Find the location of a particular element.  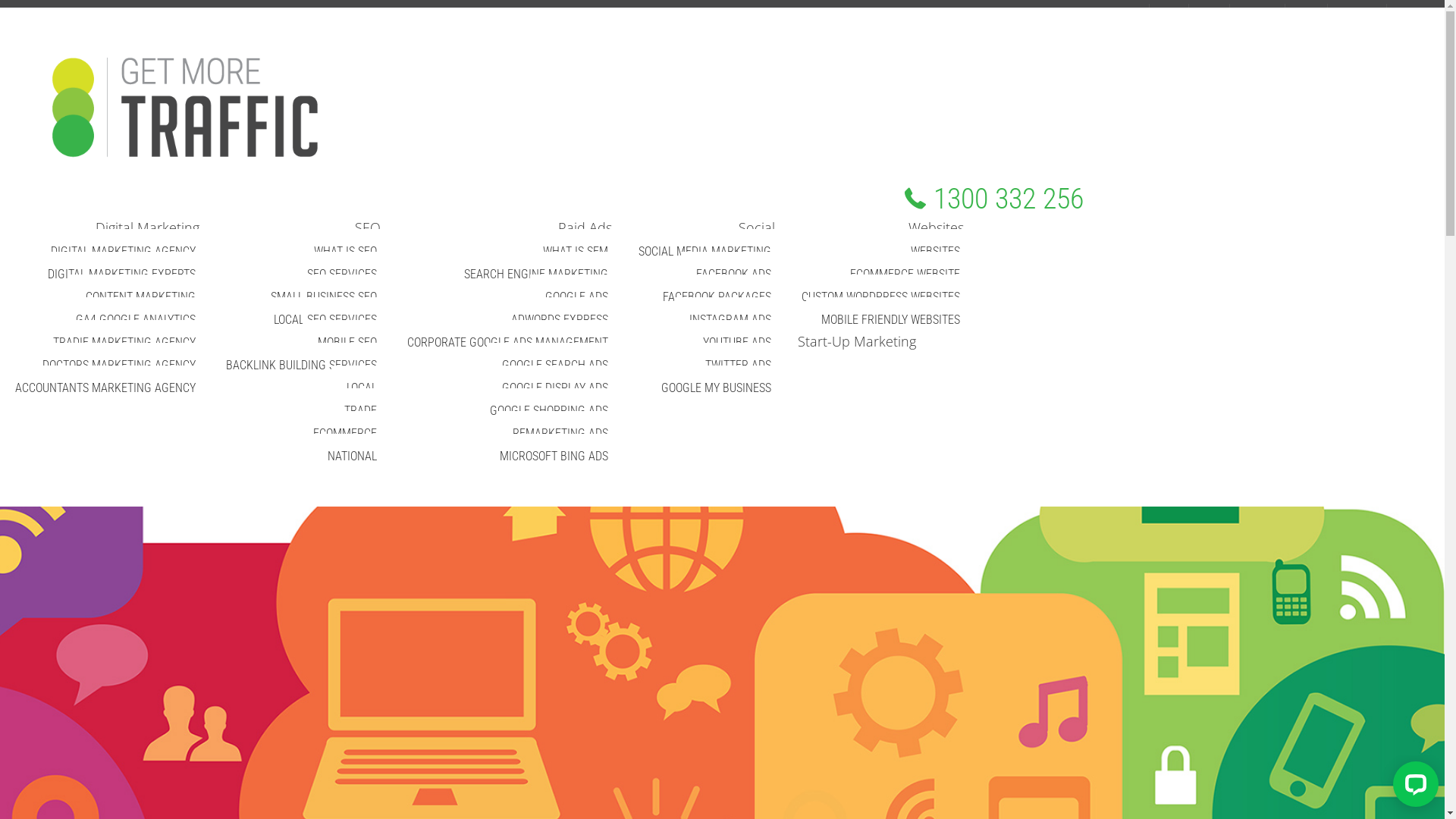

'Start-Up Marketing' is located at coordinates (851, 341).